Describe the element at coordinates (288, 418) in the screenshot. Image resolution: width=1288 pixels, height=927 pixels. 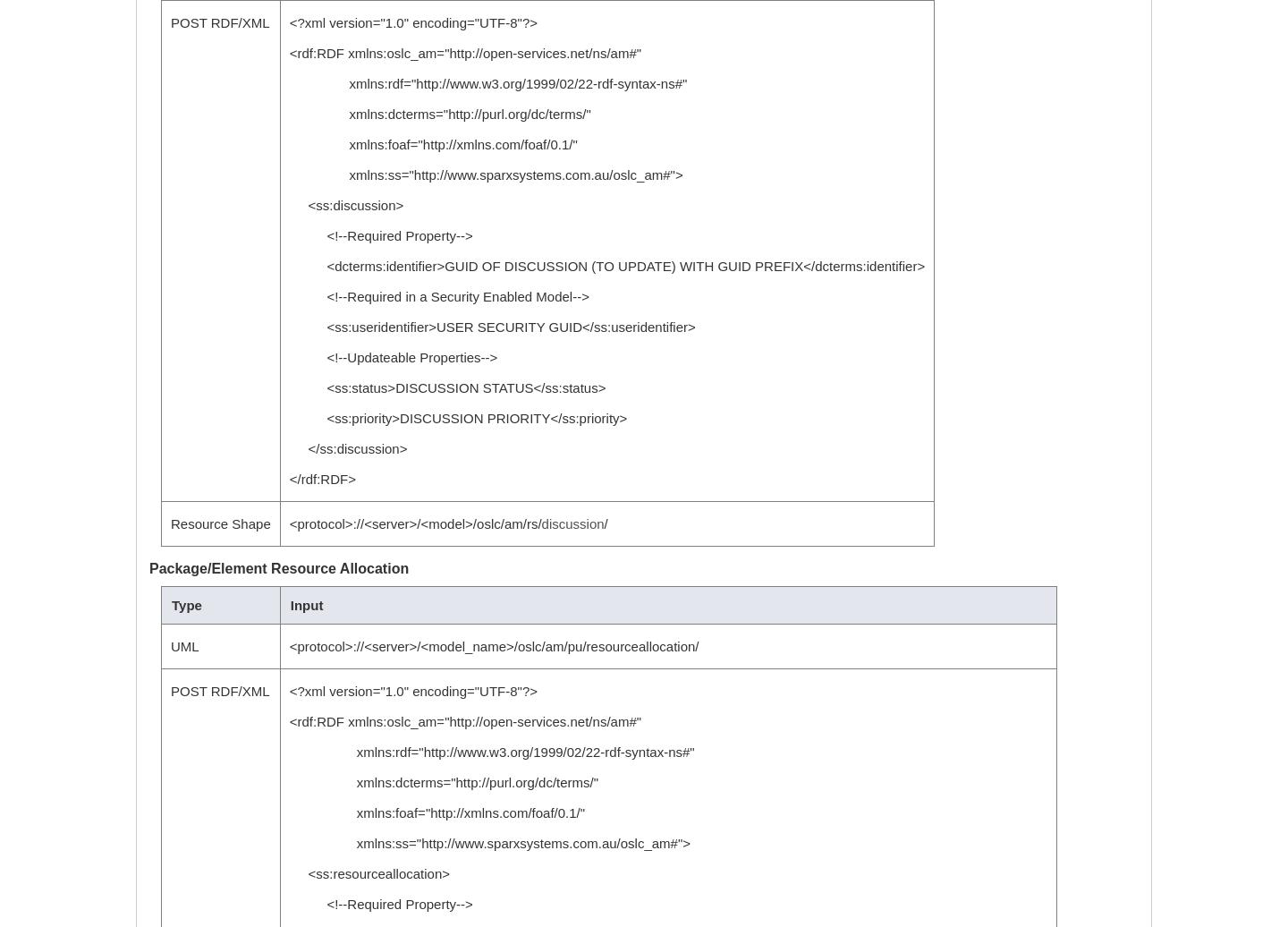
I see `'<ss:priority>DISCUSSION PRIORITY</ss:priority>'` at that location.